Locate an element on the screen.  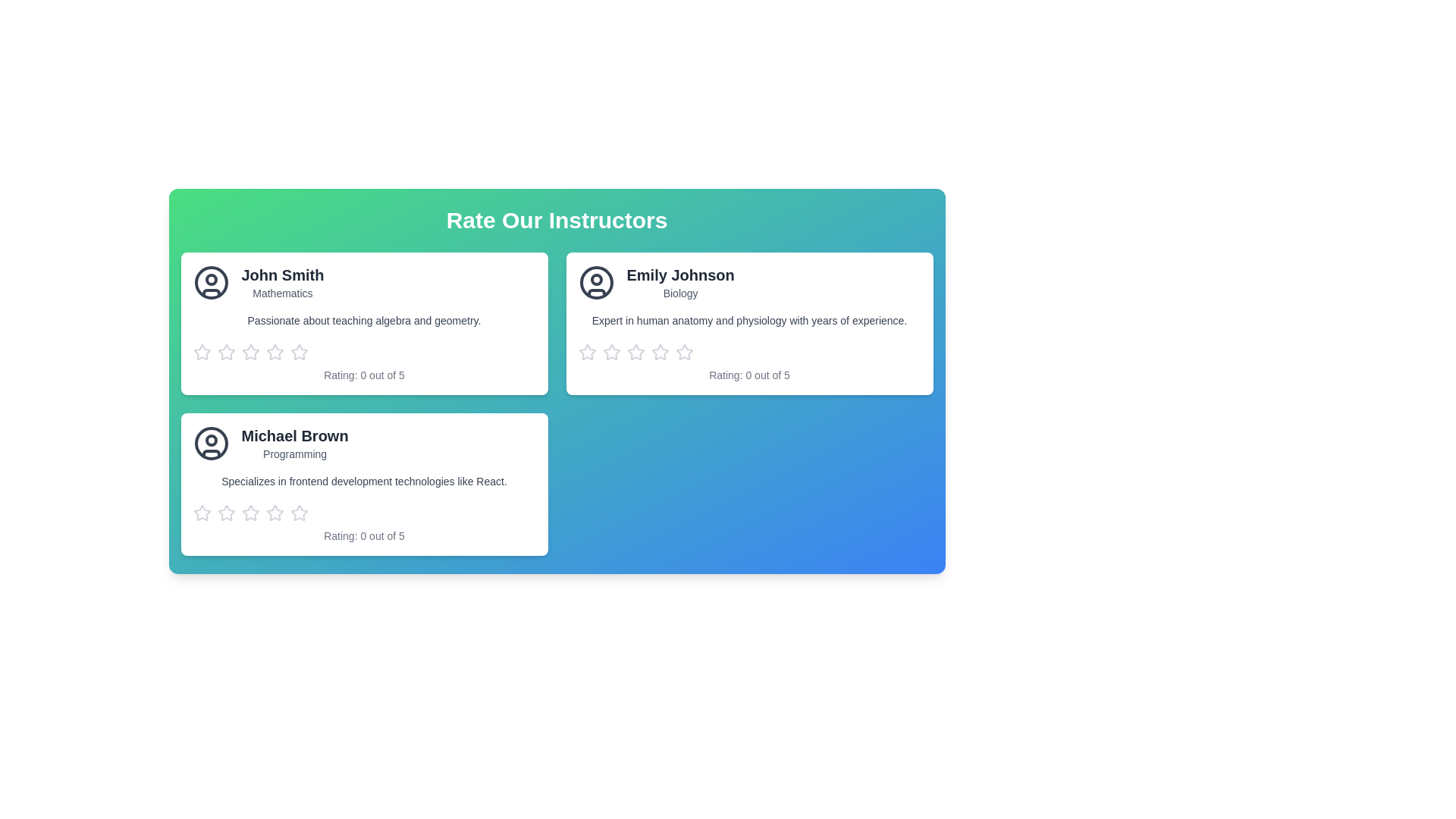
the circular vector graphic representing Michael Brown's profile in the second row of the cards is located at coordinates (210, 444).